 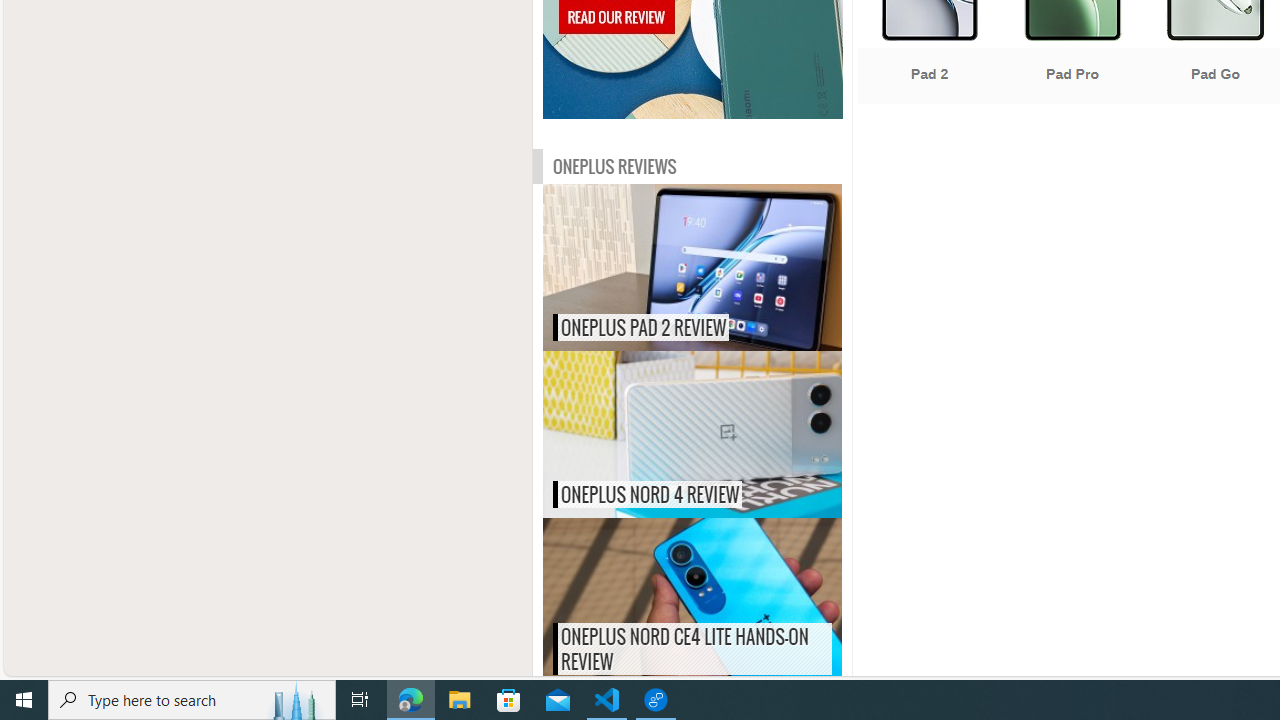 I want to click on 'OnePlus Nord CE4 Lite hands-on review', so click(x=733, y=600).